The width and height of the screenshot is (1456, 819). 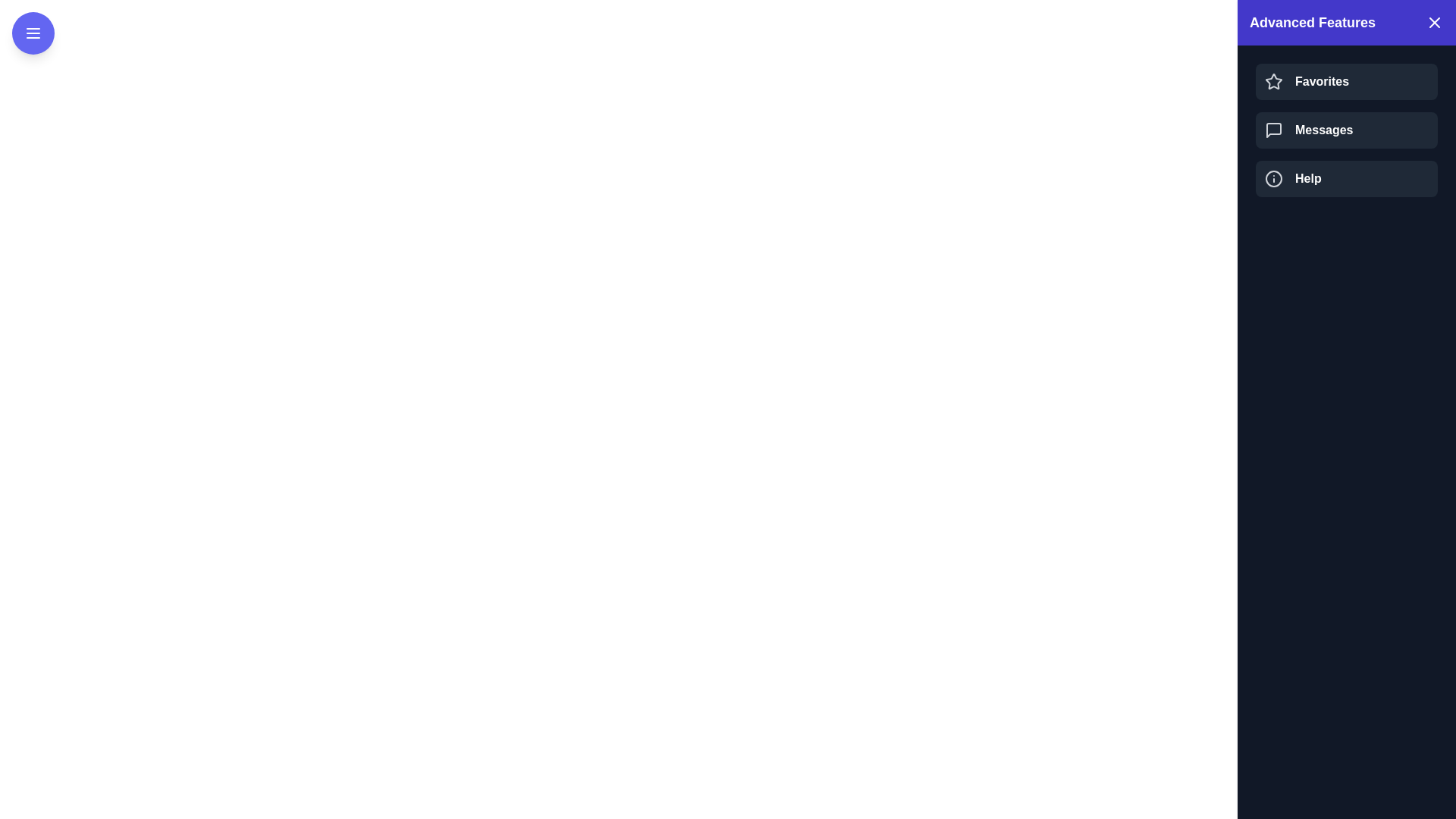 I want to click on the item Favorites in the drawer to highlight it, so click(x=1347, y=82).